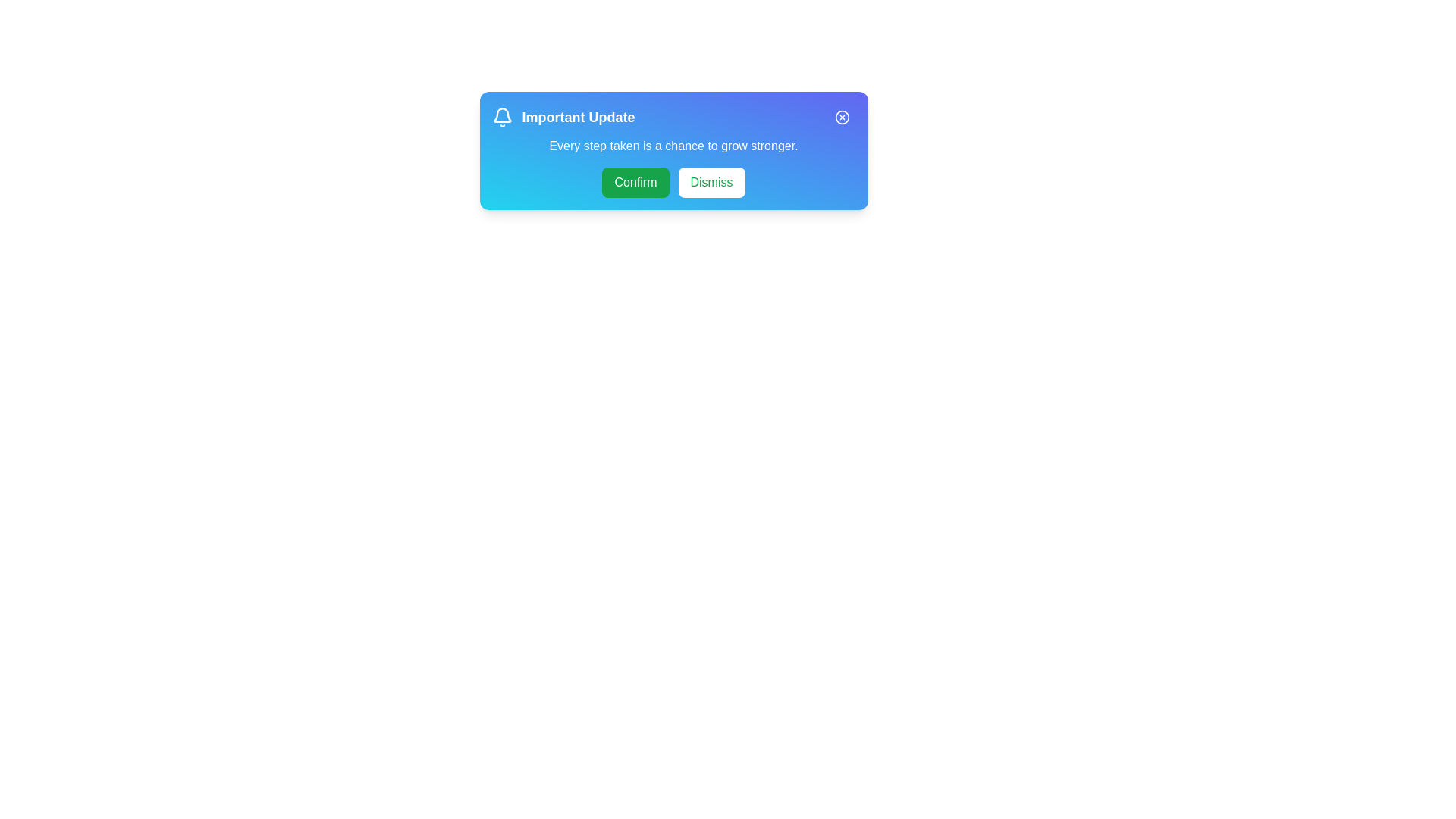  What do you see at coordinates (502, 116) in the screenshot?
I see `the notification bell icon to interact with it` at bounding box center [502, 116].